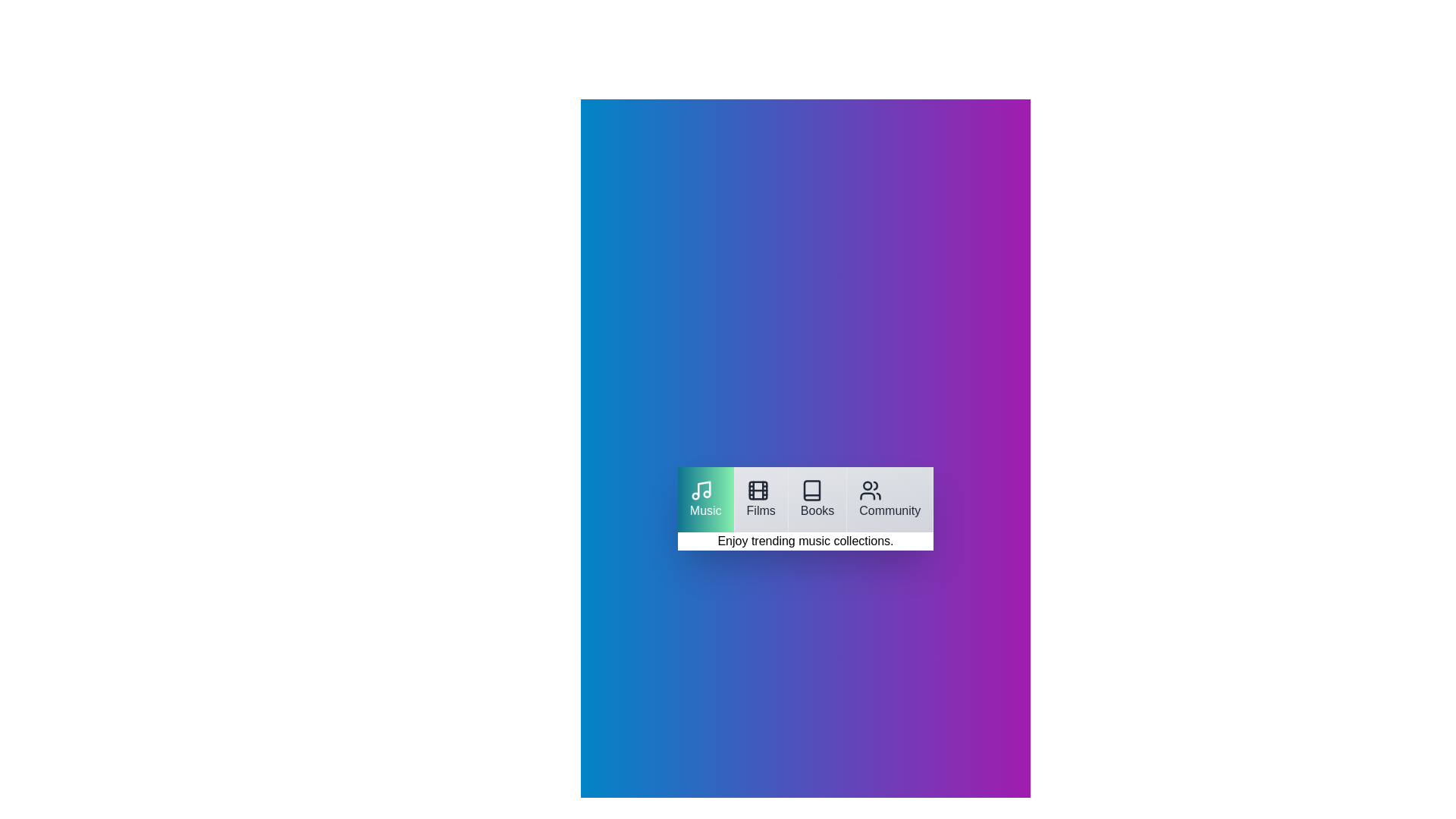 Image resolution: width=1456 pixels, height=819 pixels. I want to click on the 'Community' icon located on the rightmost part of the horizontal menu bar, which is the first icon above the label 'Community', so click(871, 491).